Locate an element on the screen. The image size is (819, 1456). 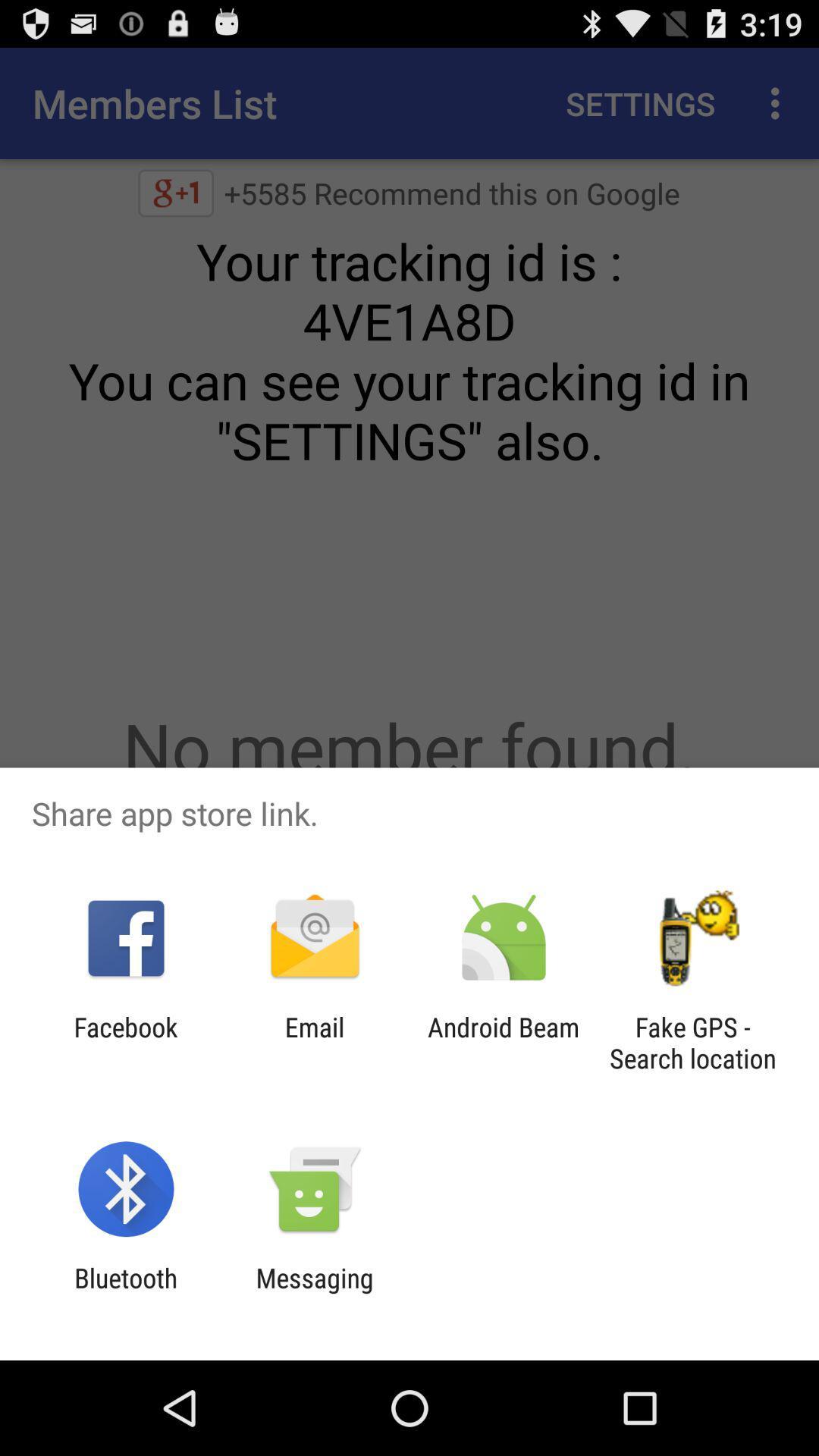
fake gps search is located at coordinates (692, 1042).